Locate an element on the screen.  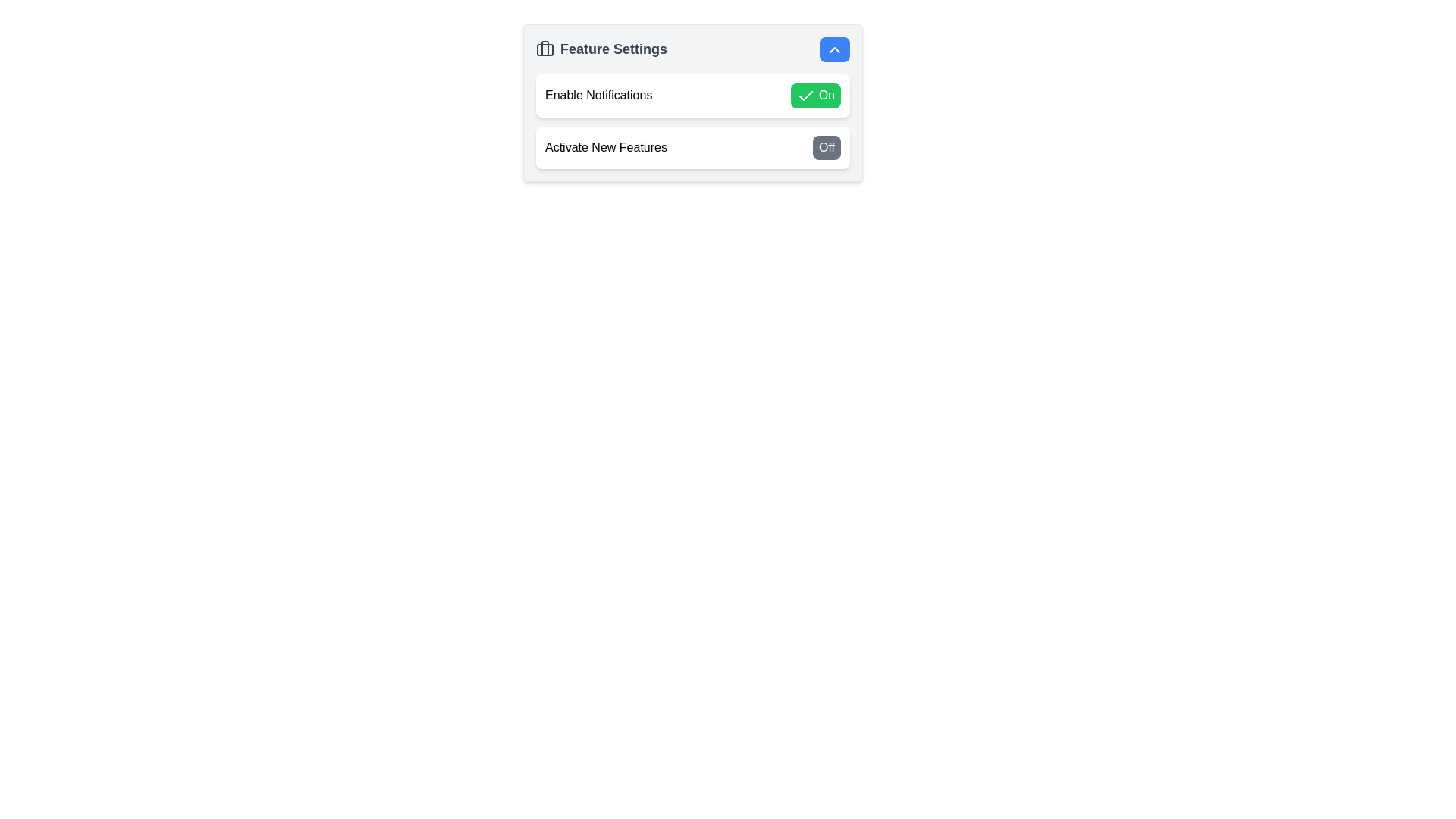
the bottom rectangular part of the briefcase icon within the 'Feature Settings' header is located at coordinates (545, 49).